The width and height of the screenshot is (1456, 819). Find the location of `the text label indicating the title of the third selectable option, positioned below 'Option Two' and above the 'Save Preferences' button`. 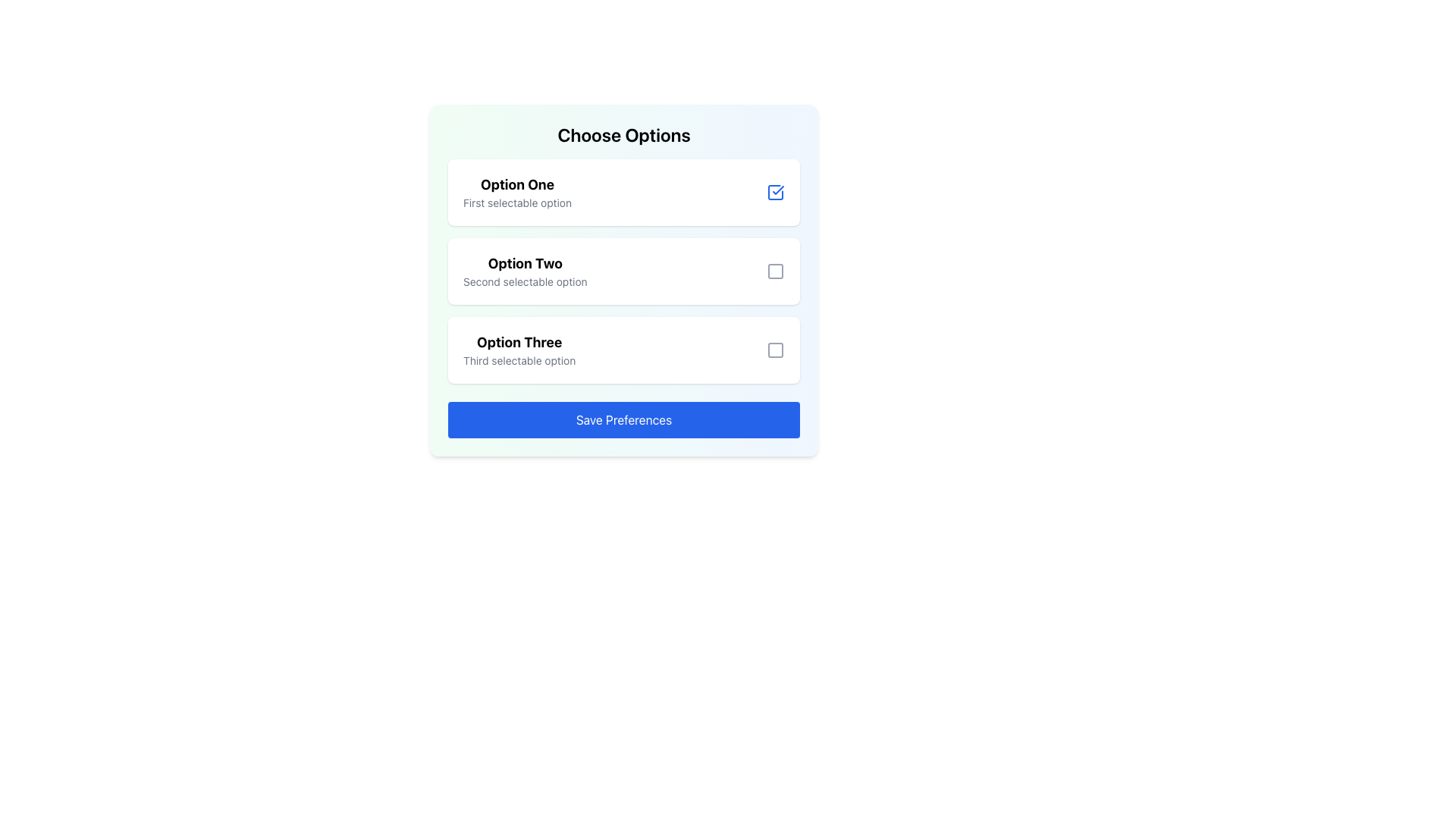

the text label indicating the title of the third selectable option, positioned below 'Option Two' and above the 'Save Preferences' button is located at coordinates (519, 342).